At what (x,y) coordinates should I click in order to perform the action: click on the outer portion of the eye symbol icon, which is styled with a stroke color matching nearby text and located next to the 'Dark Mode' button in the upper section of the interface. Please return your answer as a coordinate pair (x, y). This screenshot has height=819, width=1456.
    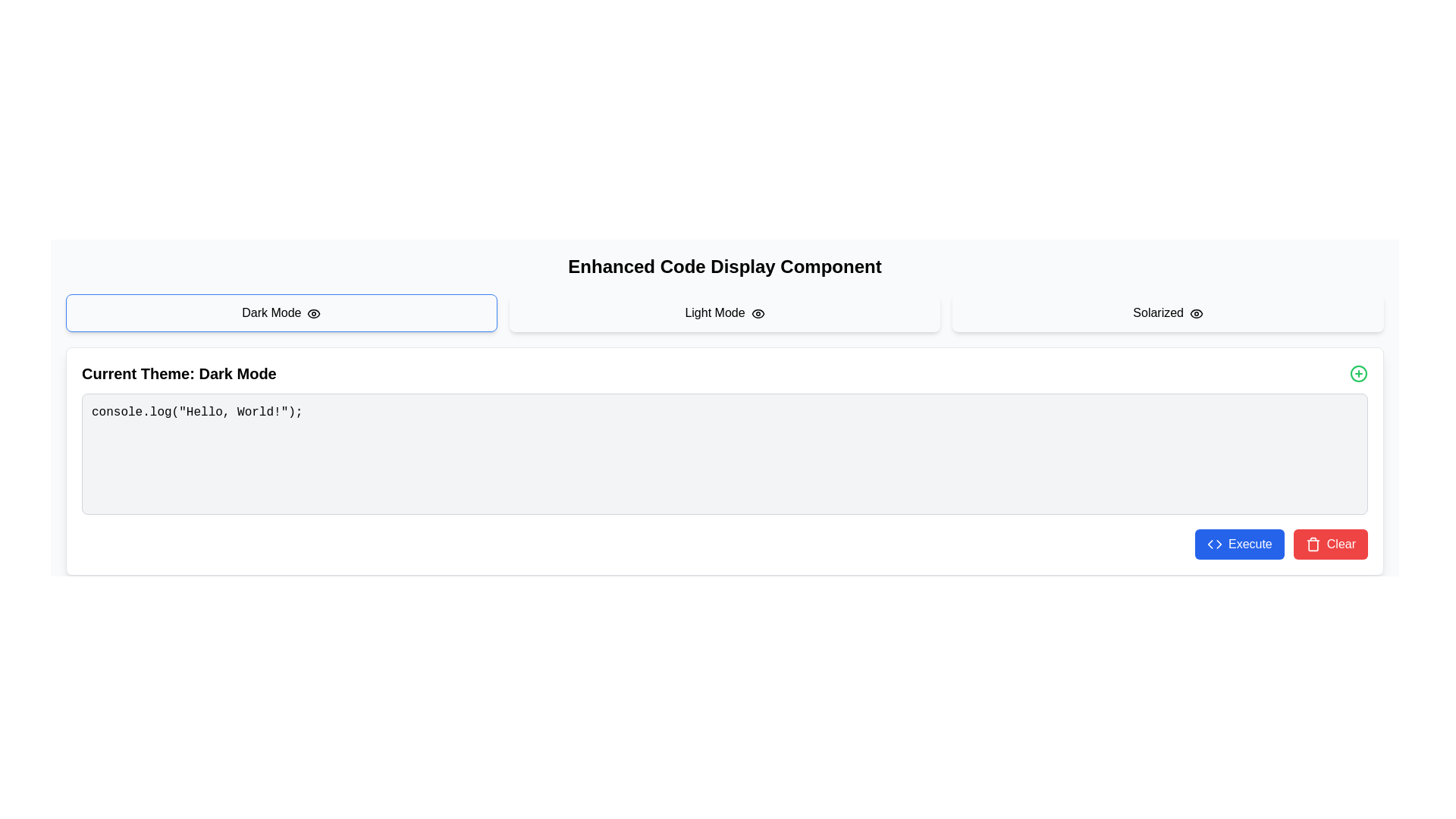
    Looking at the image, I should click on (313, 312).